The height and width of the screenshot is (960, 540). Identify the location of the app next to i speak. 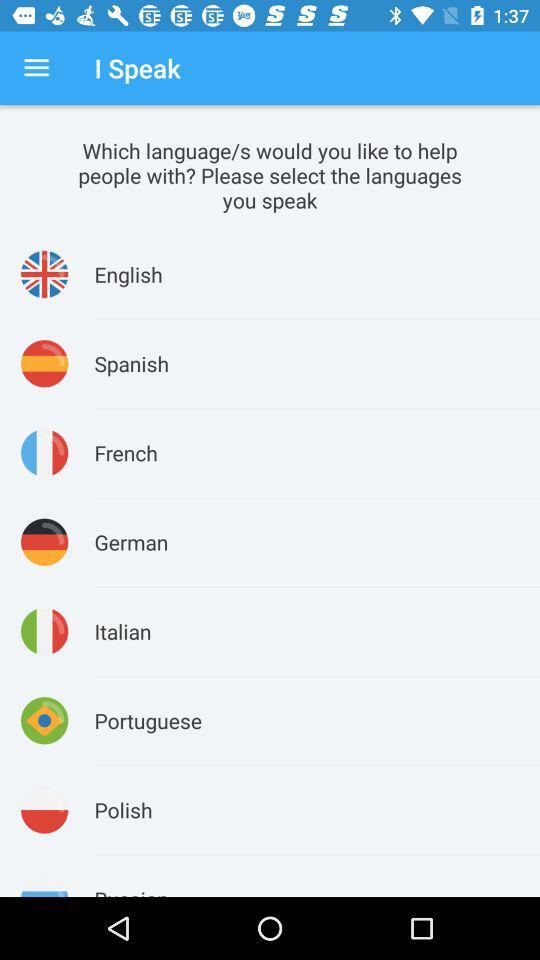
(36, 68).